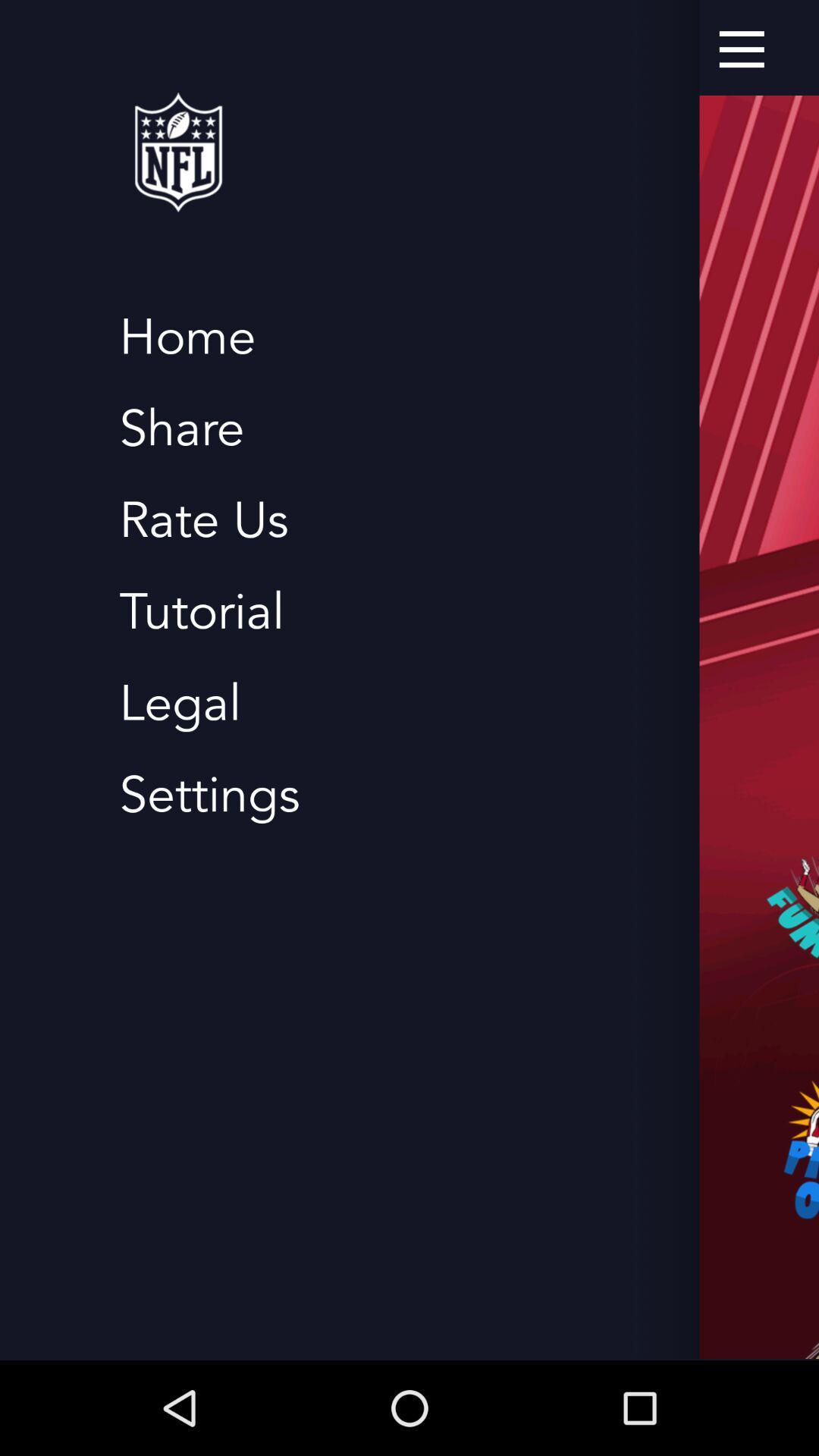 The height and width of the screenshot is (1456, 819). Describe the element at coordinates (179, 703) in the screenshot. I see `the item below tutorial` at that location.